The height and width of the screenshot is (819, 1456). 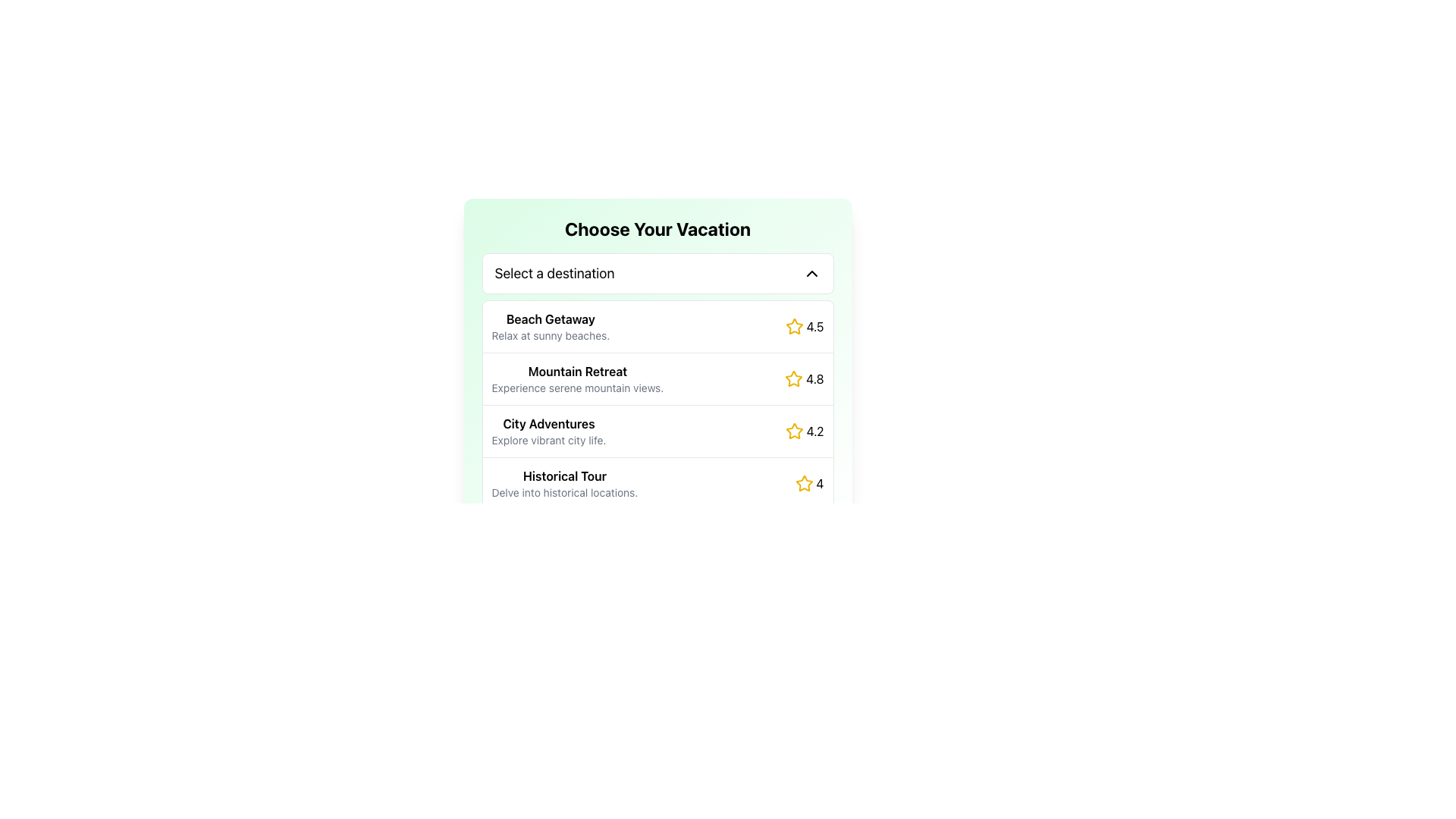 What do you see at coordinates (554, 274) in the screenshot?
I see `the dropdown associated with the 'Select a destination' text label` at bounding box center [554, 274].